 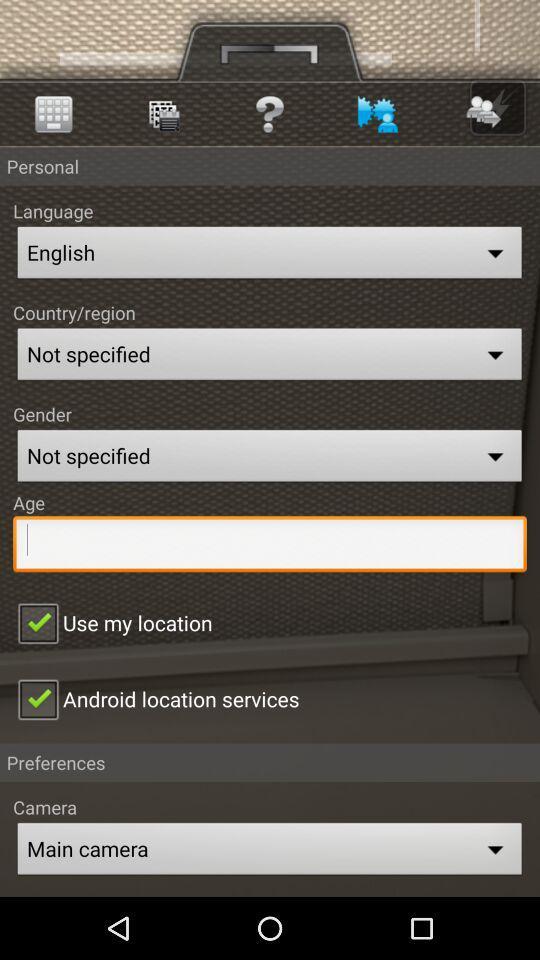 What do you see at coordinates (496, 115) in the screenshot?
I see `the arrow_forward icon` at bounding box center [496, 115].